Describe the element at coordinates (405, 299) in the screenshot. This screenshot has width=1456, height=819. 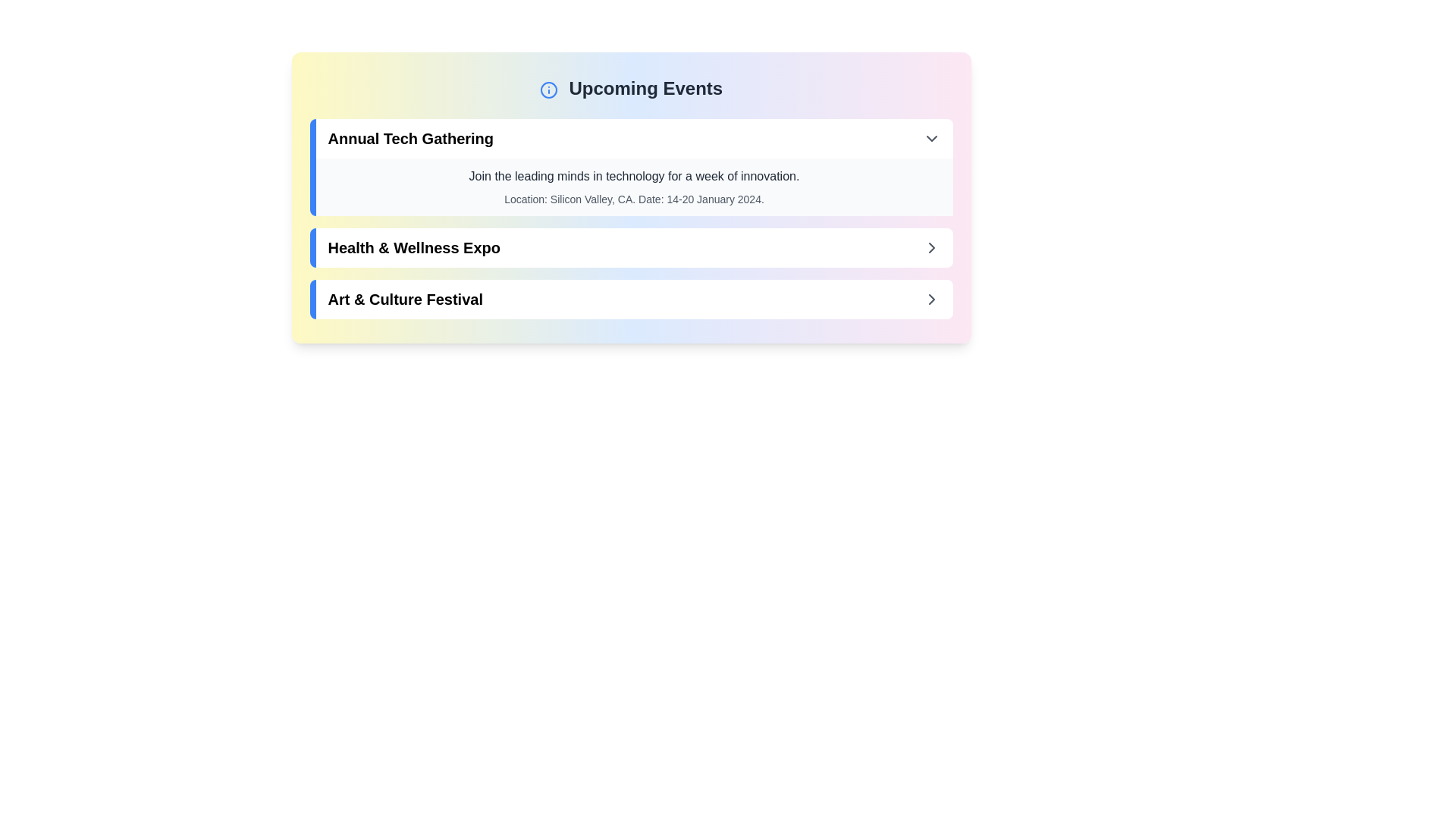
I see `text label displaying 'Art & Culture Festival', which is the third item in the list of upcoming events under the header 'Upcoming Events'` at that location.